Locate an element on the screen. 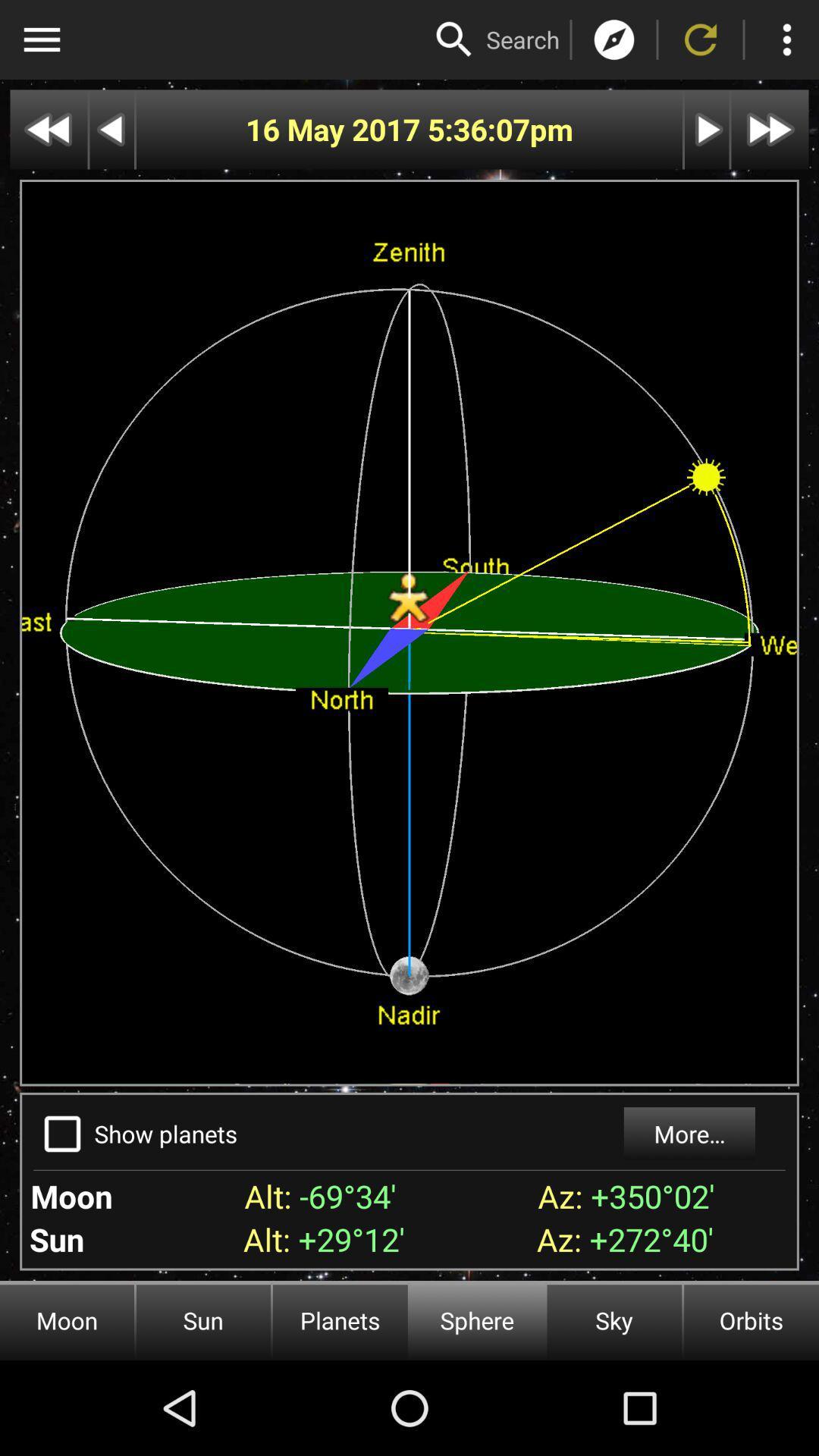 This screenshot has height=1456, width=819. refresh is located at coordinates (701, 39).